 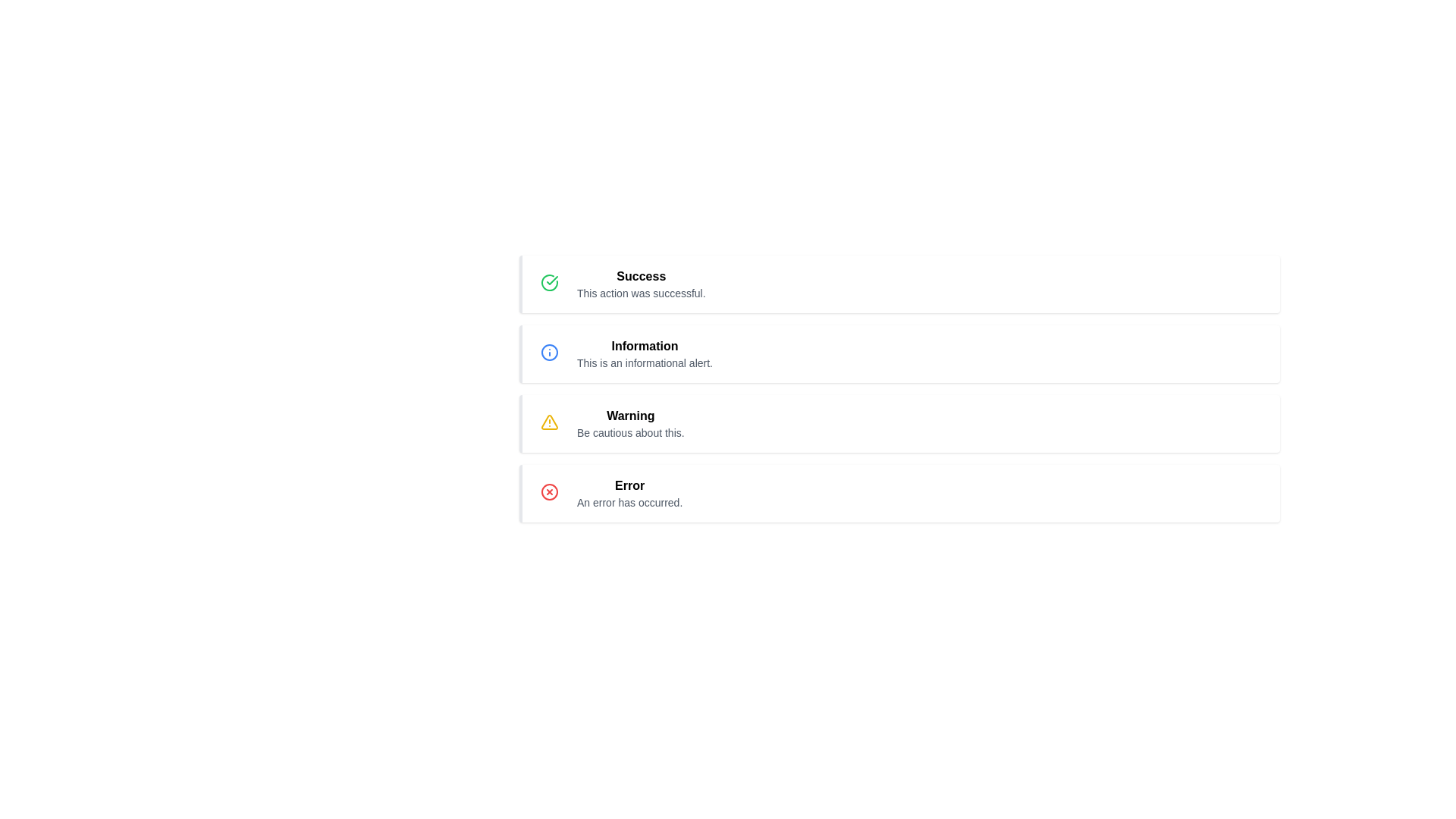 What do you see at coordinates (551, 281) in the screenshot?
I see `the green checkmark icon located in the first row of the list interface, which signifies a 'Success' status and is positioned to the left of the 'Success' text` at bounding box center [551, 281].